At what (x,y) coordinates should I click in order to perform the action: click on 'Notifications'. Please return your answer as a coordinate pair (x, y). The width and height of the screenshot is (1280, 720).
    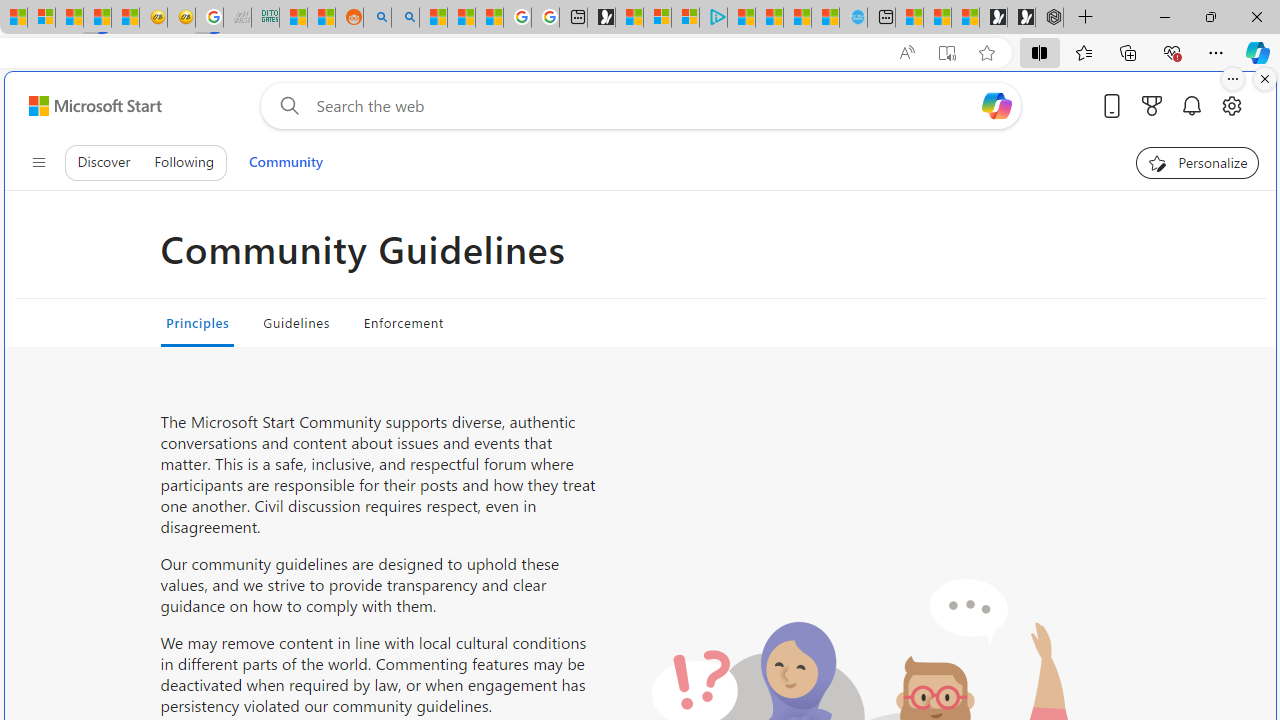
    Looking at the image, I should click on (1192, 105).